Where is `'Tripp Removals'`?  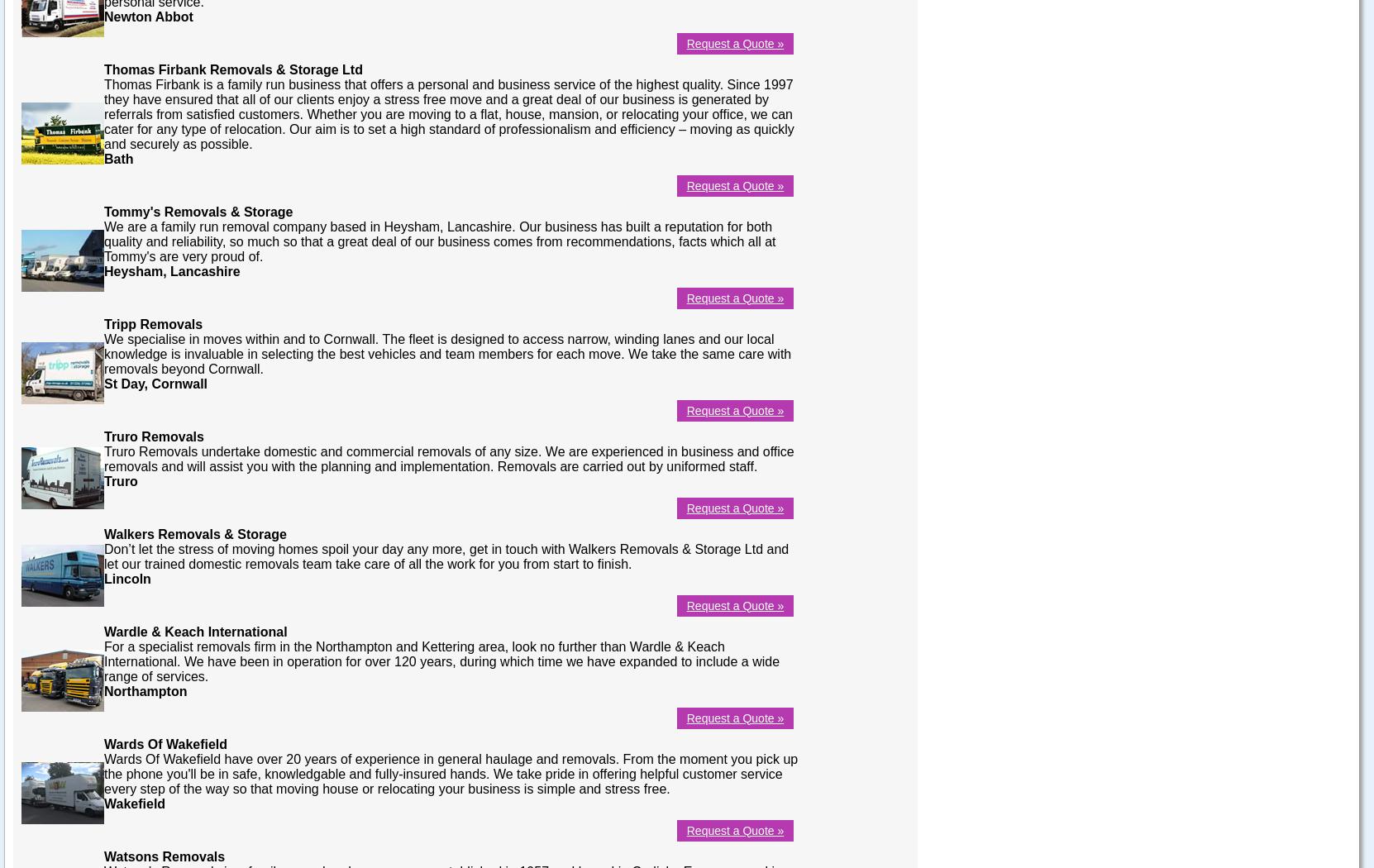
'Tripp Removals' is located at coordinates (152, 323).